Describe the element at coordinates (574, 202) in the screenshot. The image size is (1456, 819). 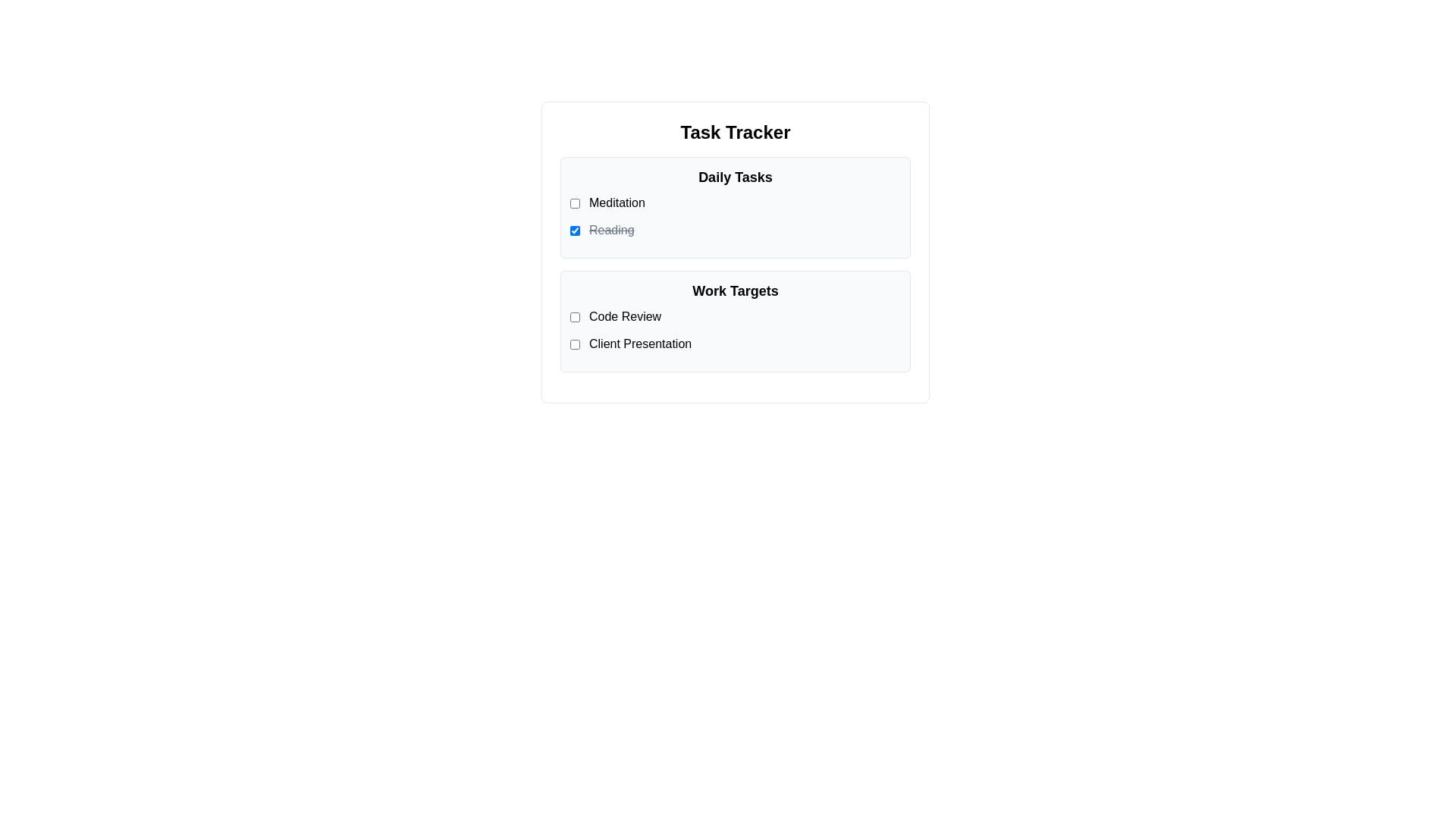
I see `the checkbox for 'Meditation' located` at that location.